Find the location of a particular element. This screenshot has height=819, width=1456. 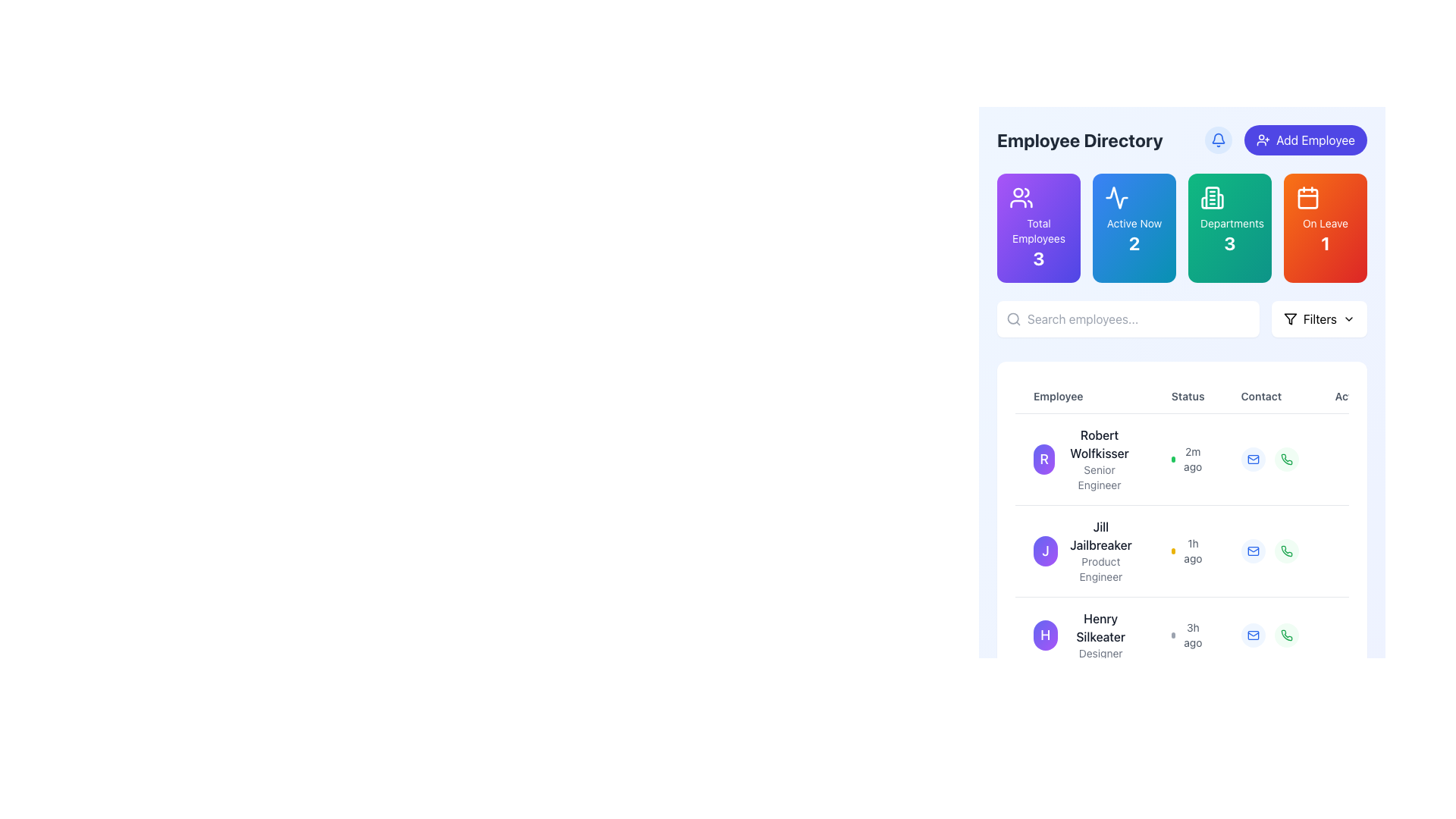

the Status indicator with timestamp for employee 'Robert Wolfkisser', which shows the last activity status and a green dot indicating active status is located at coordinates (1187, 458).